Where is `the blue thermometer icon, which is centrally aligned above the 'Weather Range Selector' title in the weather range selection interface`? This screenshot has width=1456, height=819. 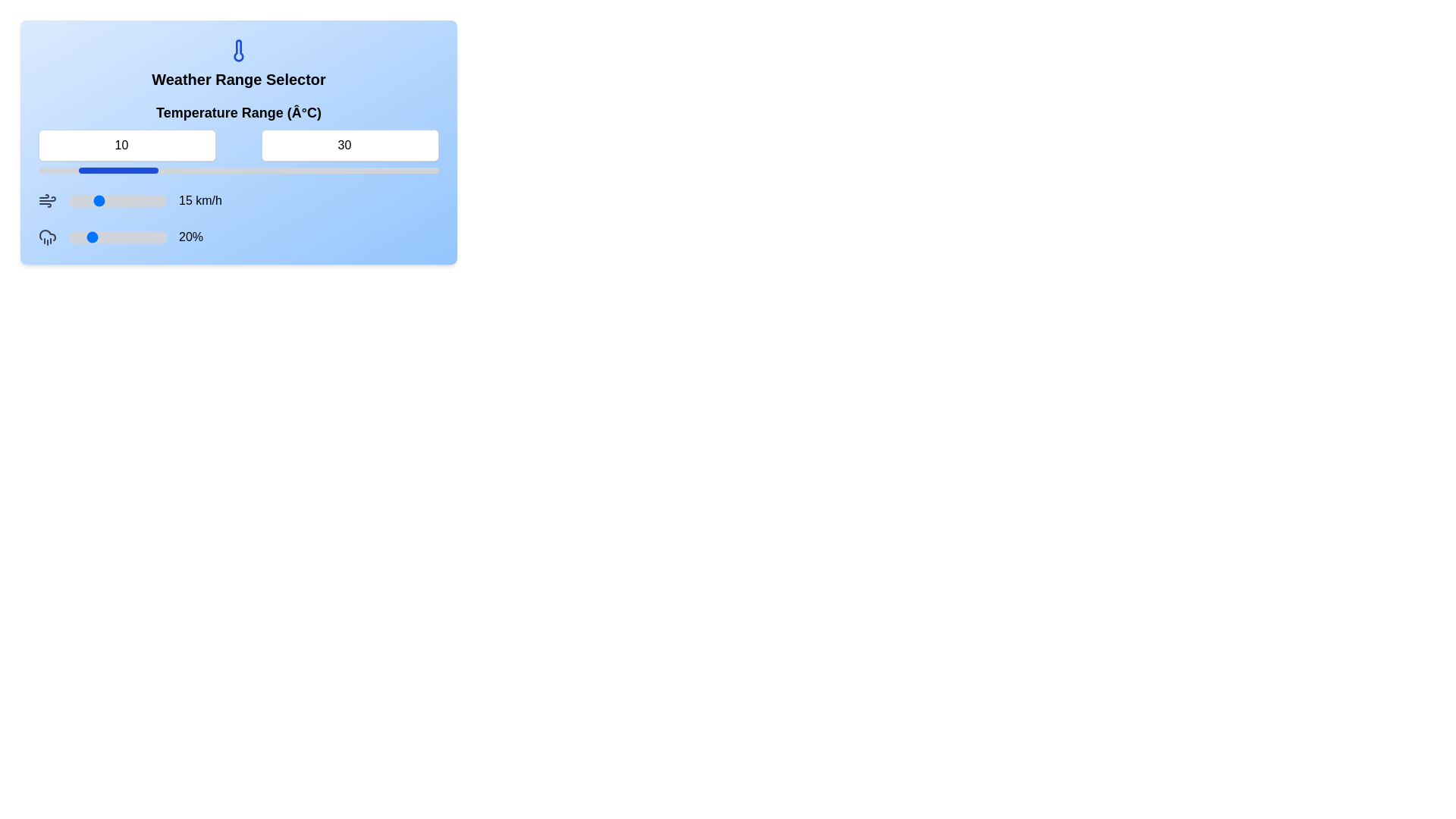
the blue thermometer icon, which is centrally aligned above the 'Weather Range Selector' title in the weather range selection interface is located at coordinates (238, 49).